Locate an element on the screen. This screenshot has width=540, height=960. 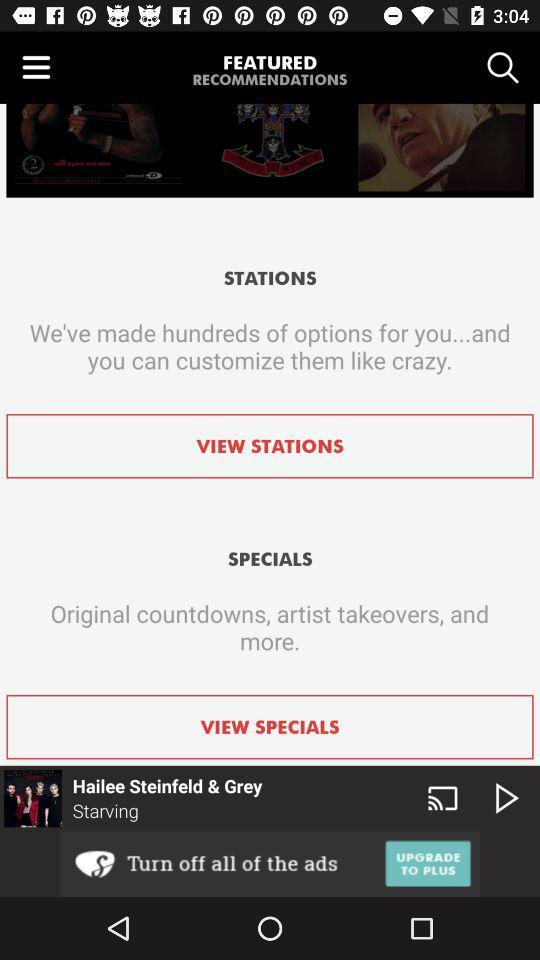
the play icon is located at coordinates (507, 798).